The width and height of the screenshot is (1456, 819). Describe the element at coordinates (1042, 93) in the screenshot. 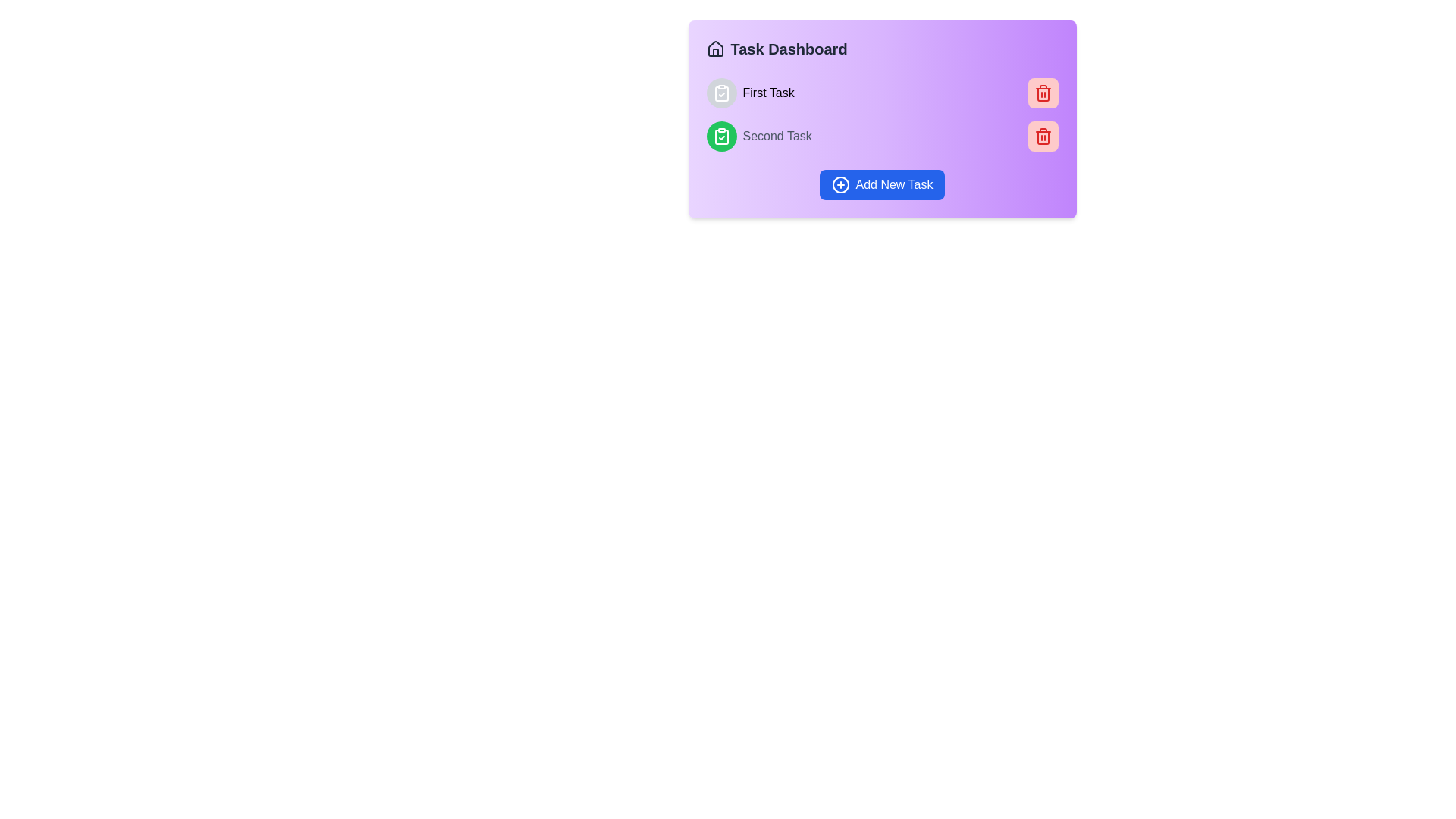

I see `the trash icon delete button located to the right of the text 'Second Task' in the purple dashboard interface` at that location.